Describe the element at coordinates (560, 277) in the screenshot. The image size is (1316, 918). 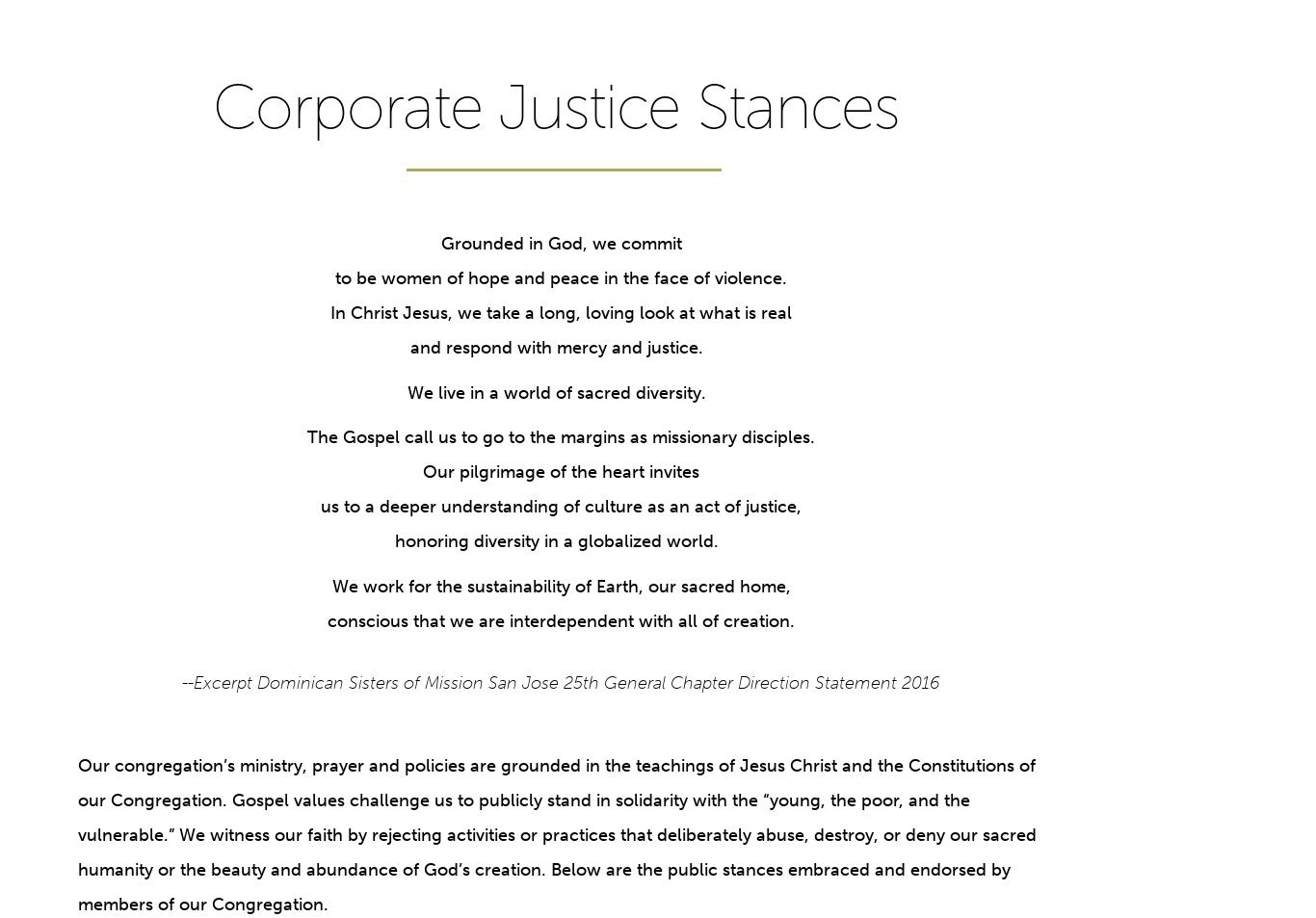
I see `'to be women of hope and peace in the face of violence.'` at that location.